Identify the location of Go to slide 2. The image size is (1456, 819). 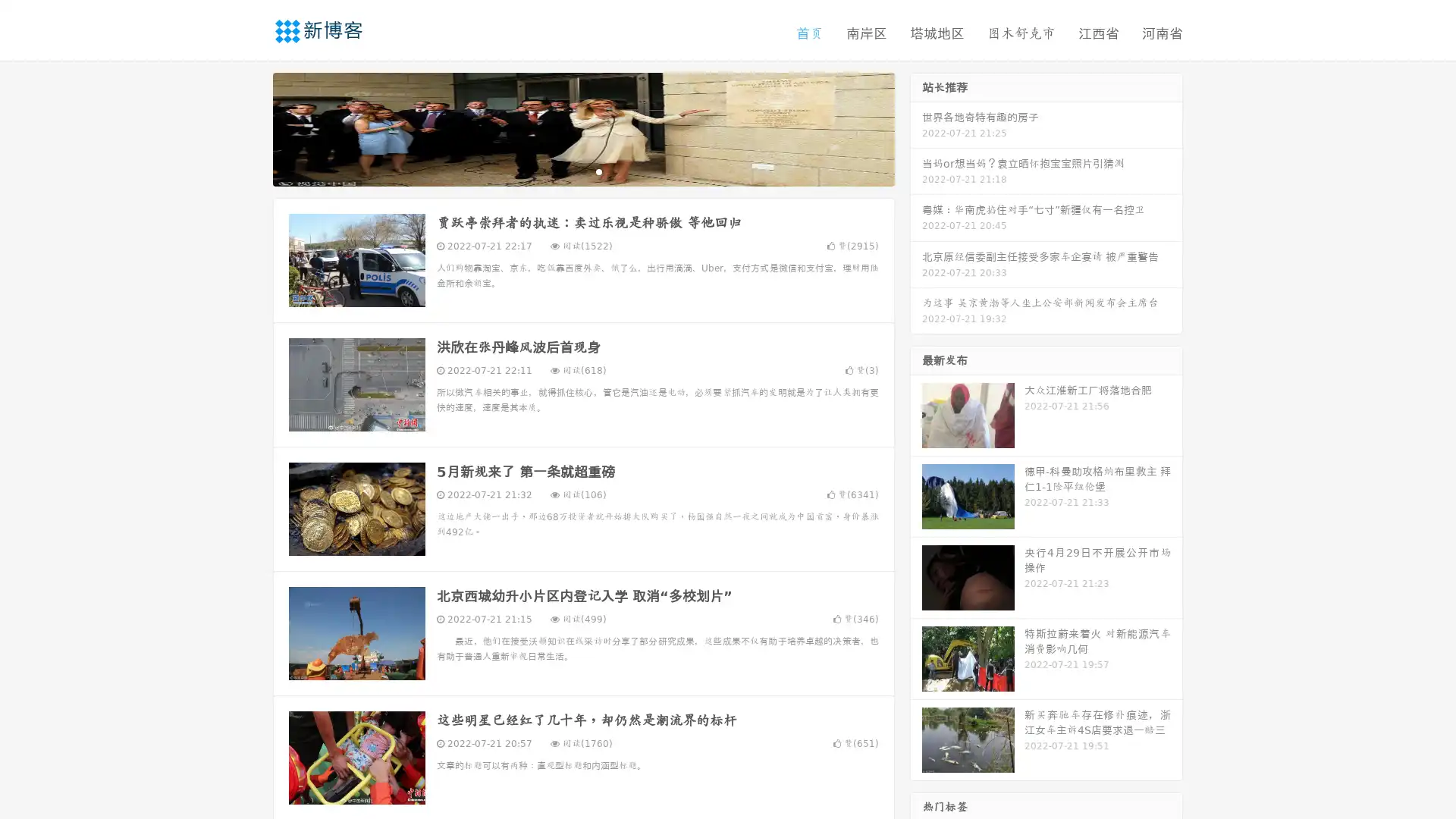
(582, 171).